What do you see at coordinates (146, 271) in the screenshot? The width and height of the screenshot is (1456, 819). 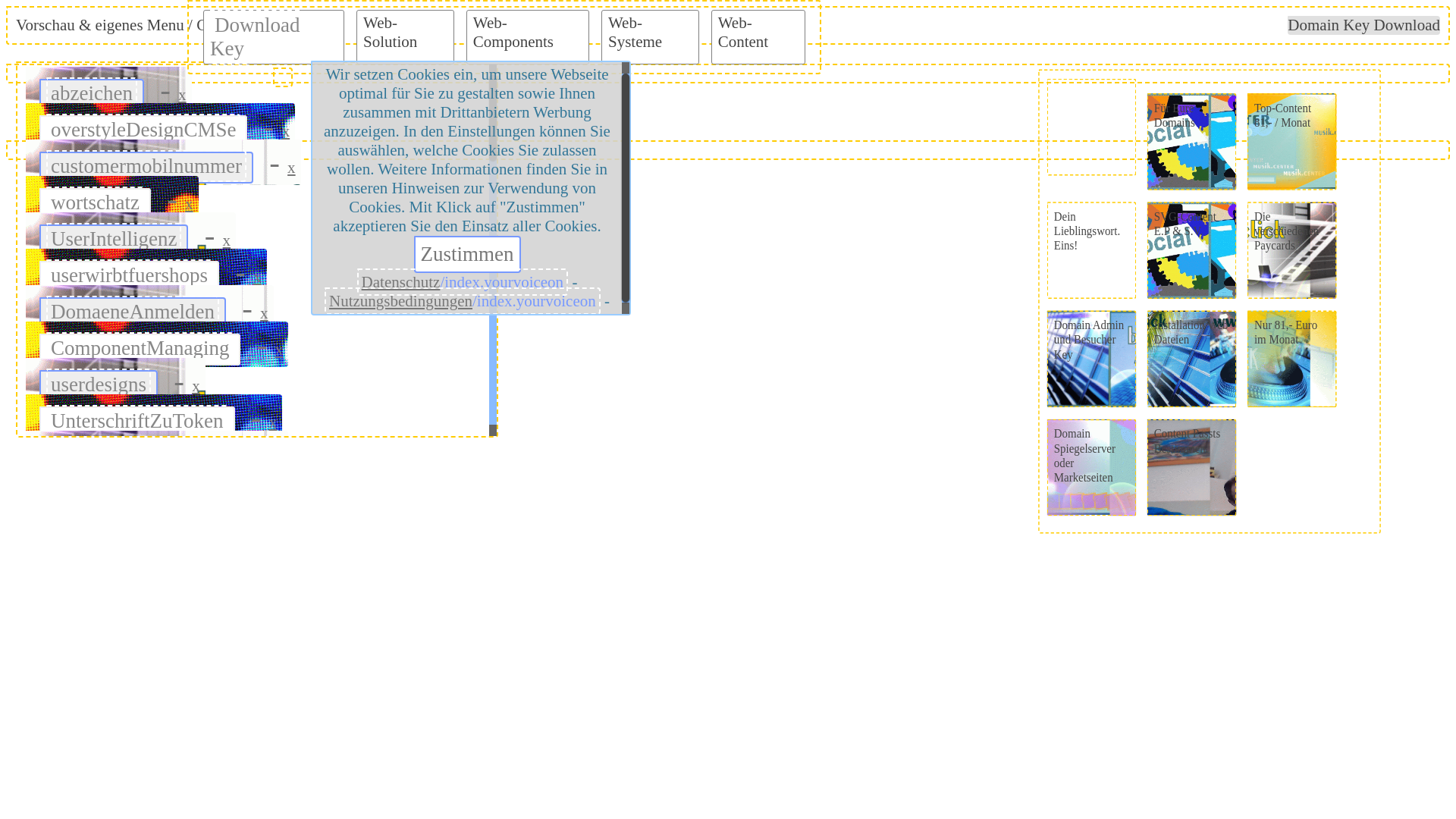 I see `'userwirbtfuershops - x'` at bounding box center [146, 271].